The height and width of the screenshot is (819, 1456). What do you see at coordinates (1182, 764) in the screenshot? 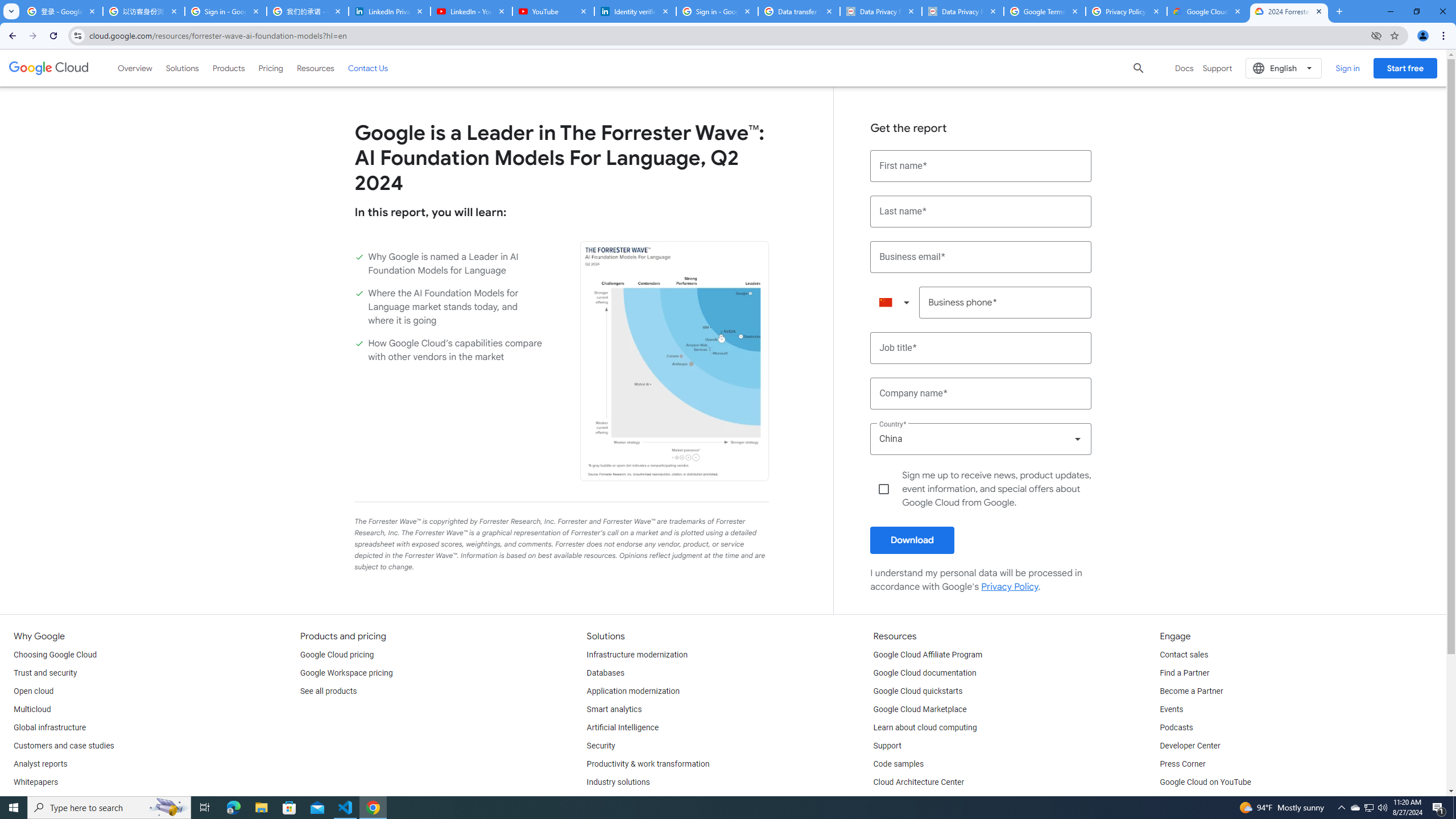
I see `'Press Corner'` at bounding box center [1182, 764].